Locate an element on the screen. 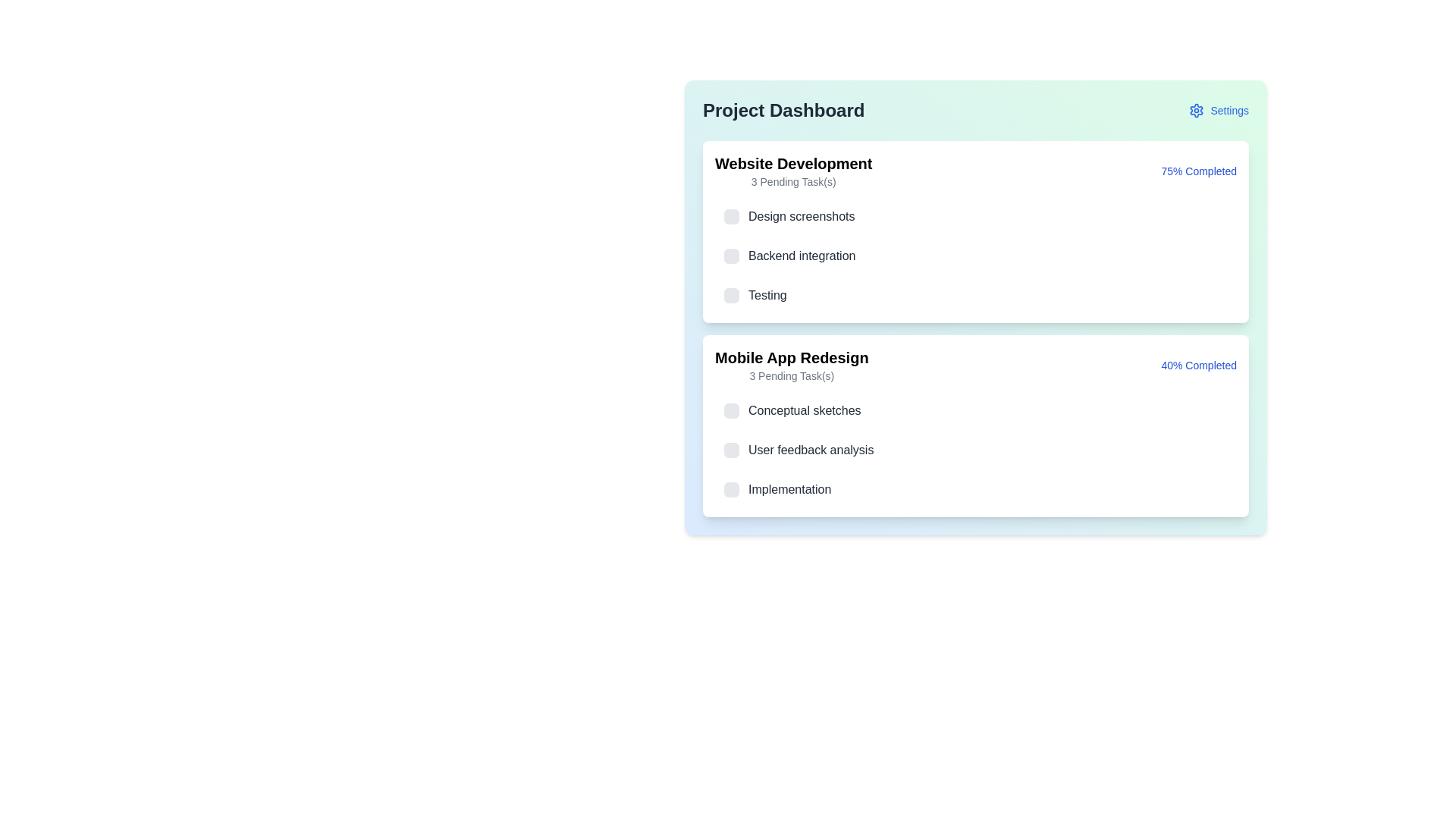  the label displaying 'Website Development' which is a bold, large-font styled text located at the top-left corner of the white card under the heading 'Project Dashboard' is located at coordinates (792, 164).